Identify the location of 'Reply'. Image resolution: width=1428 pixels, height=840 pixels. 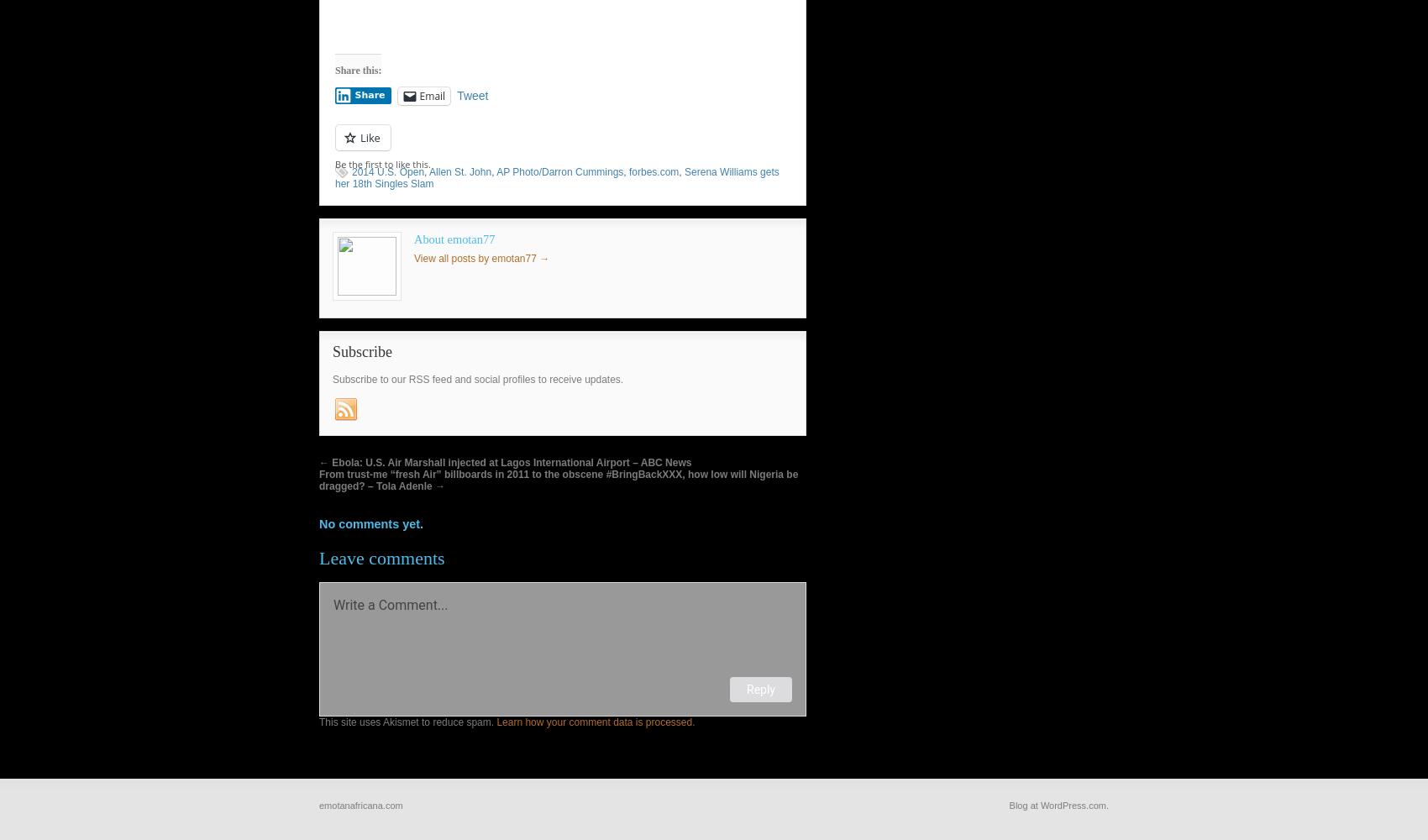
(760, 688).